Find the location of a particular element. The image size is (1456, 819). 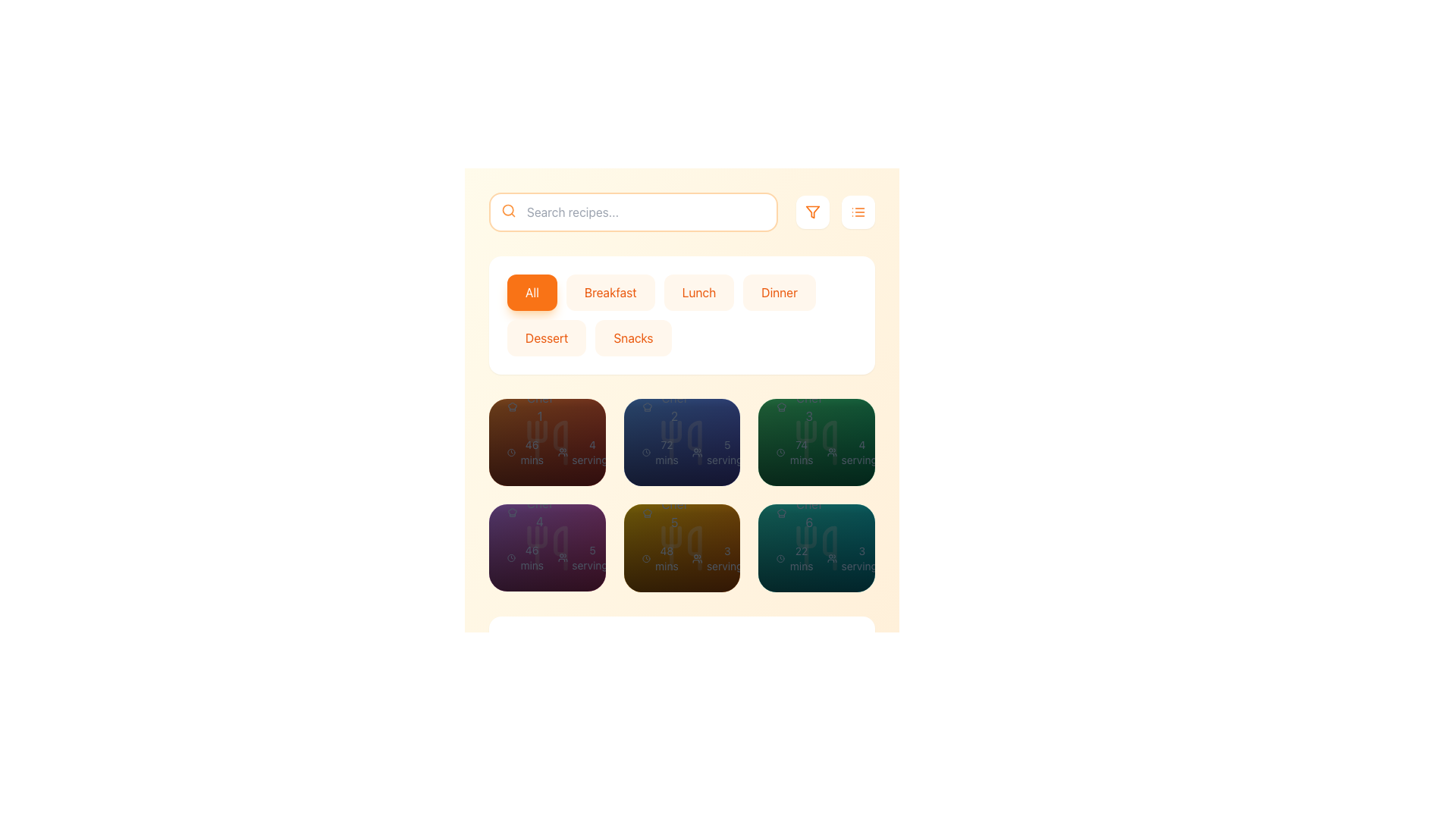

the share button, which is the third button from the right in the bottom panel of the green recipe tile, located near the bottom-right corner of the tile is located at coordinates (862, 442).